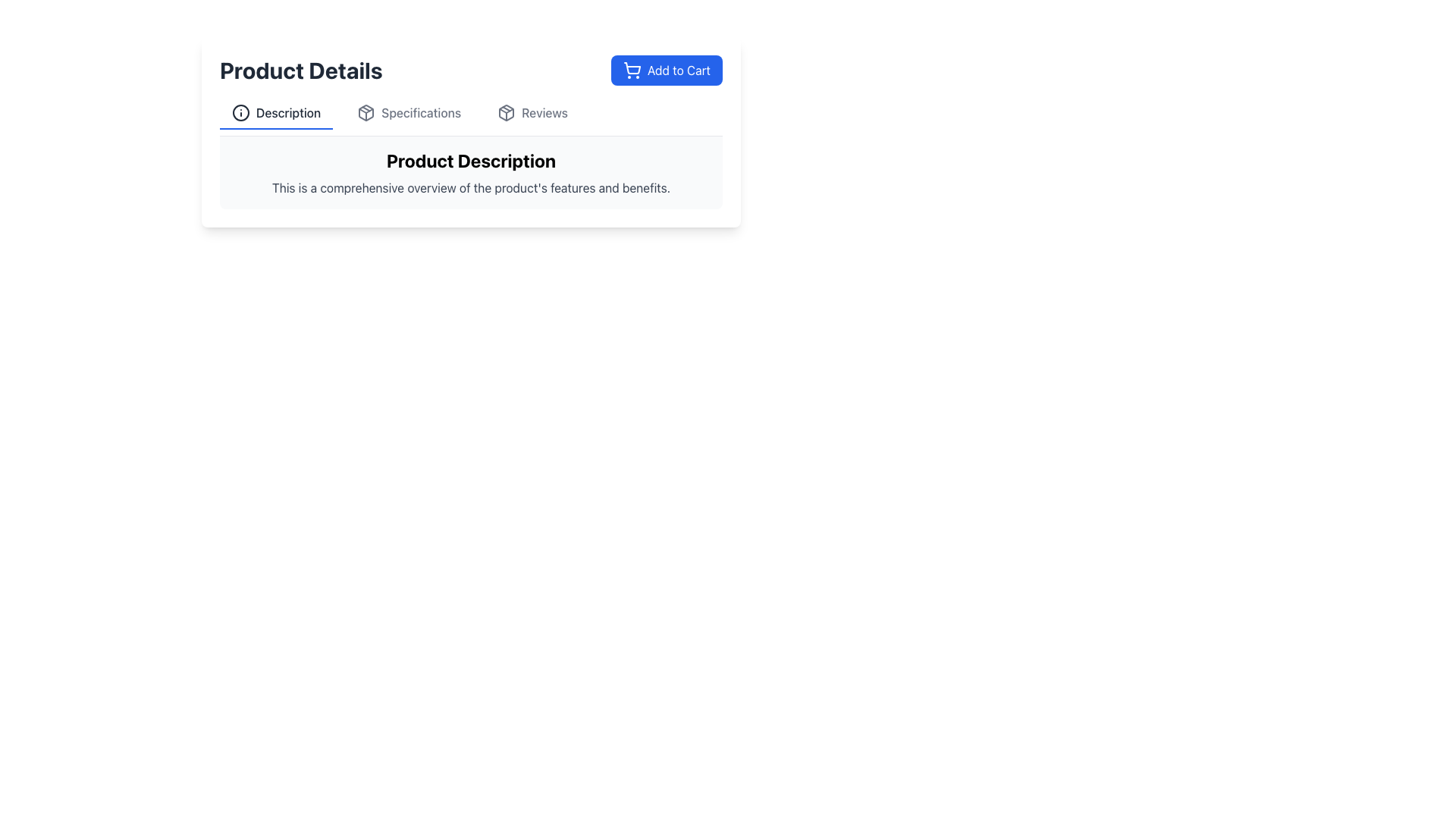  Describe the element at coordinates (240, 112) in the screenshot. I see `the SVG circle element with a black outline in the 'Description' tab of the 'Product Details' section, which is part of an information icon` at that location.